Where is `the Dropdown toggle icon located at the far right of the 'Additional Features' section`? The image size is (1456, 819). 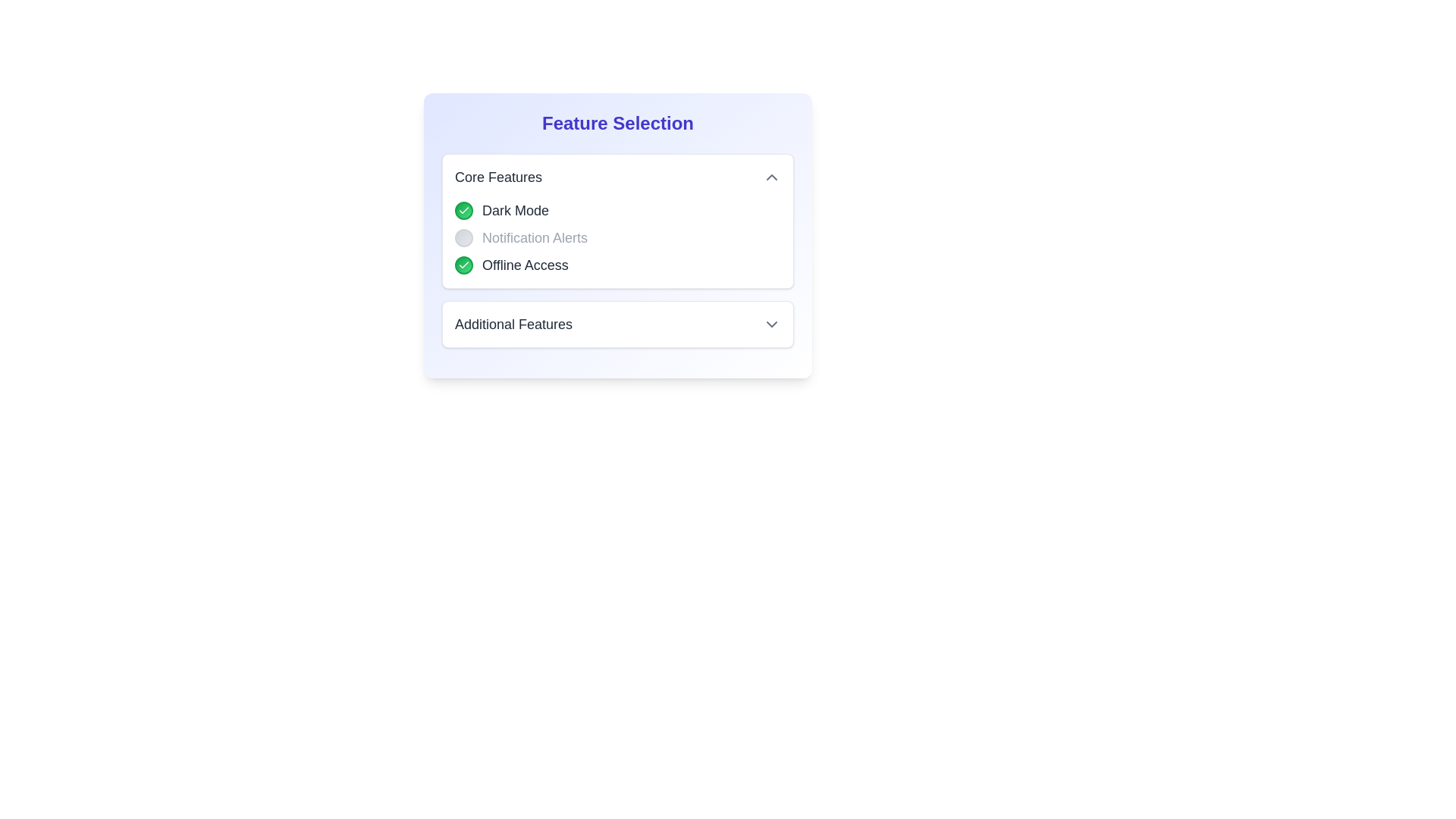 the Dropdown toggle icon located at the far right of the 'Additional Features' section is located at coordinates (771, 324).